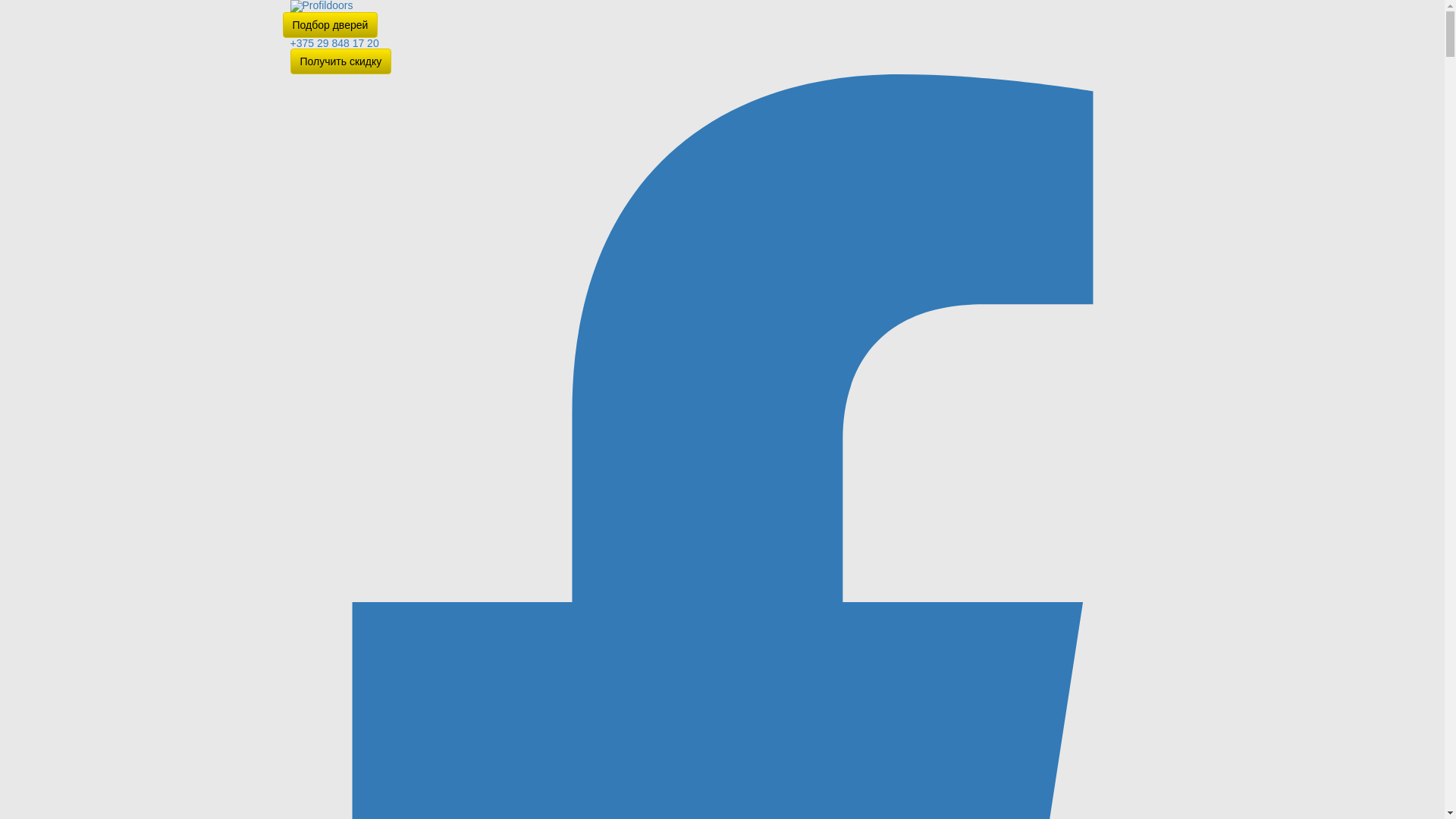 This screenshot has height=819, width=1456. What do you see at coordinates (333, 42) in the screenshot?
I see `'+375 29 848 17 20'` at bounding box center [333, 42].